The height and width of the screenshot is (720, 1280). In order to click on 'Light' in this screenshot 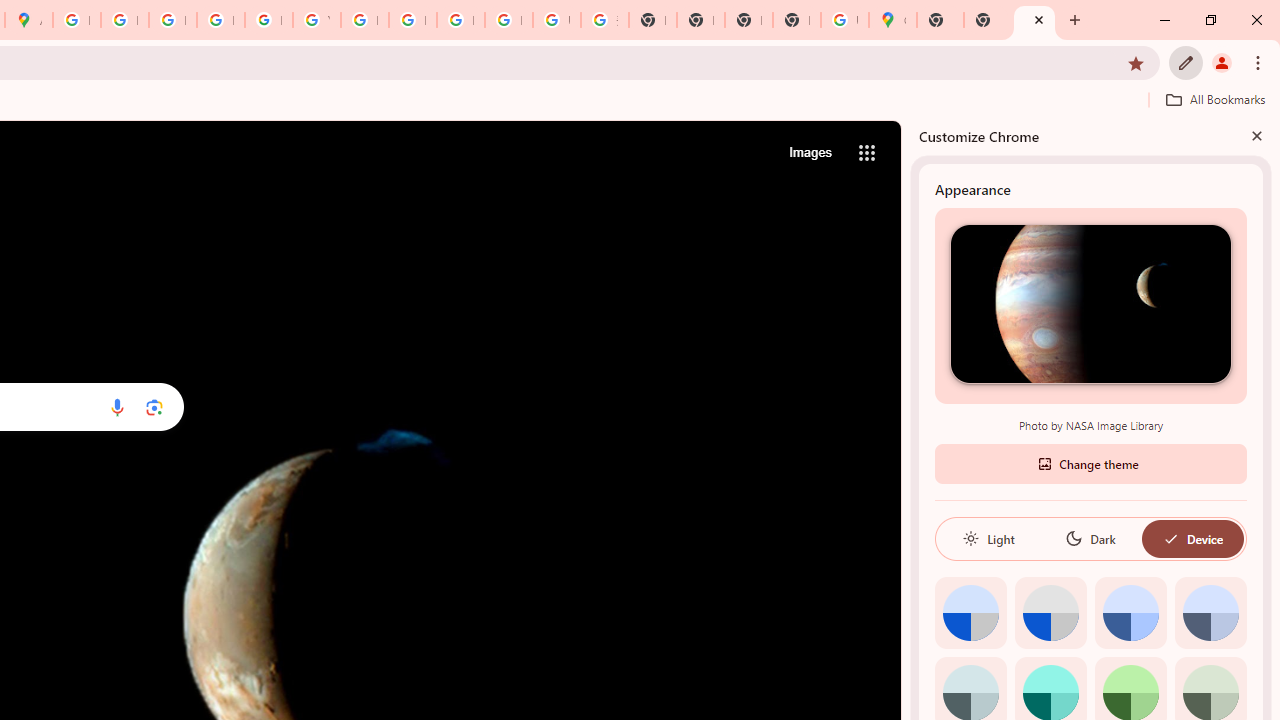, I will do `click(988, 537)`.